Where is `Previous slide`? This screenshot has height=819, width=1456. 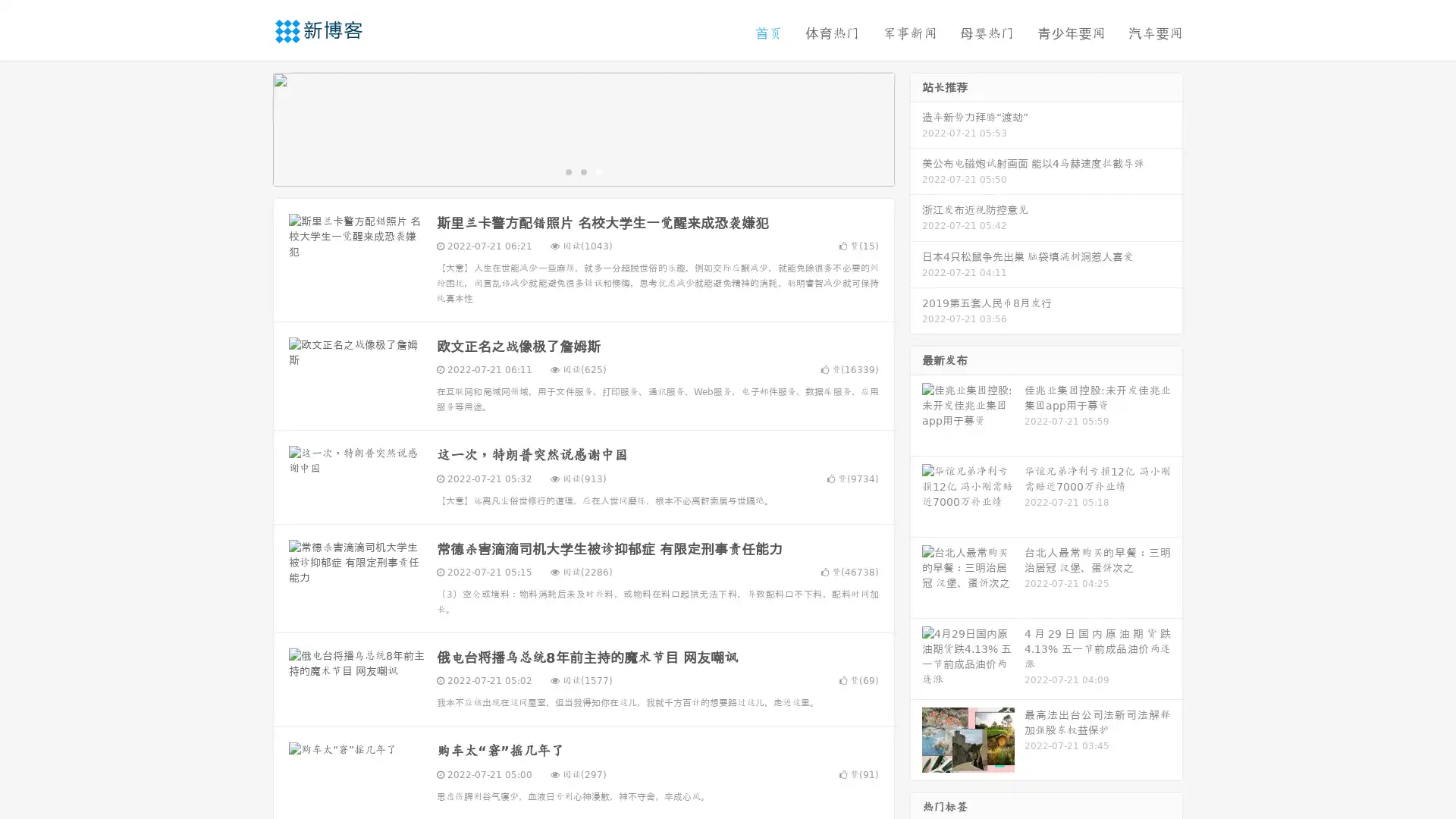 Previous slide is located at coordinates (250, 127).